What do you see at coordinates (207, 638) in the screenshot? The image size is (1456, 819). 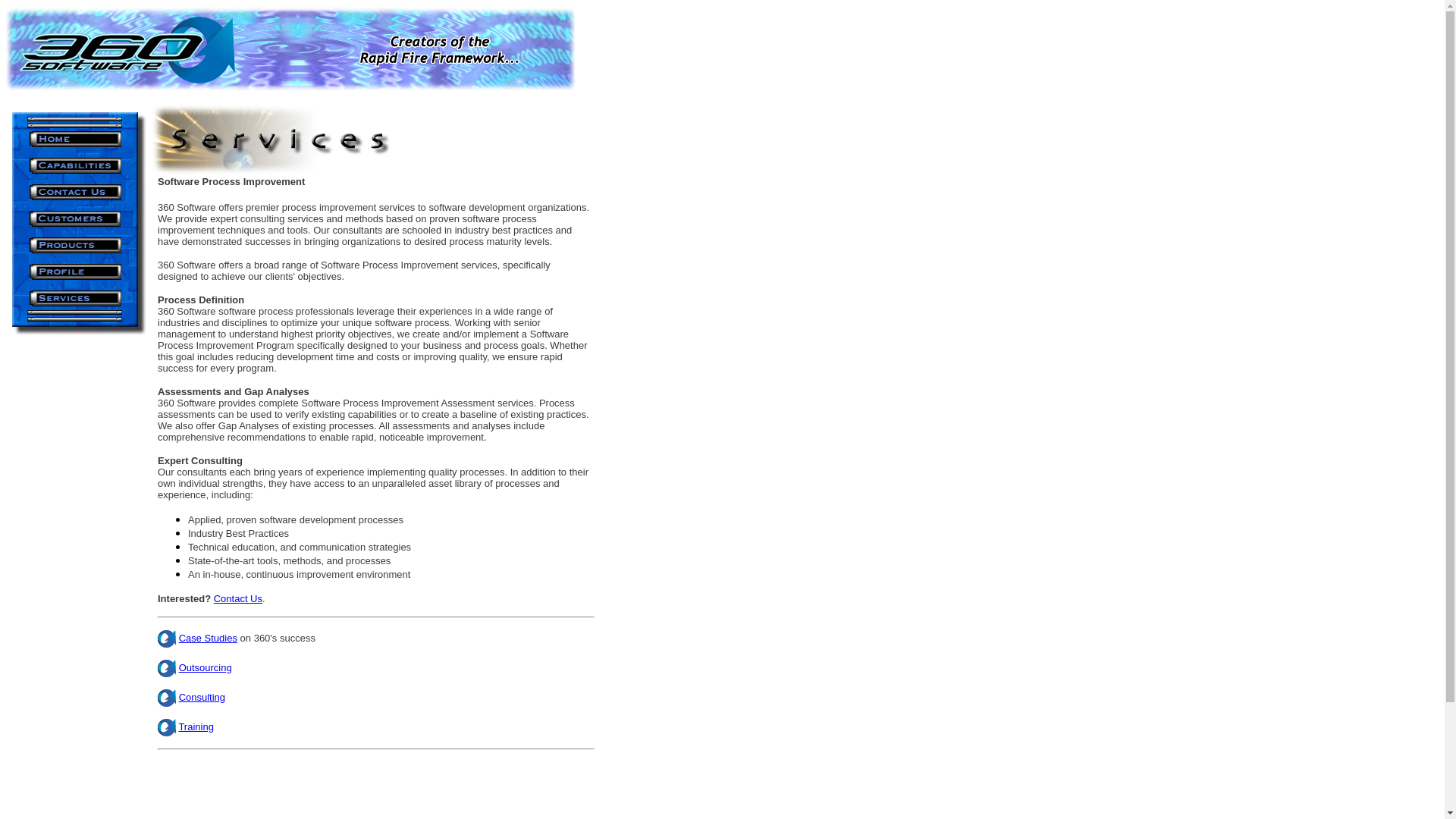 I see `'Case Studies'` at bounding box center [207, 638].